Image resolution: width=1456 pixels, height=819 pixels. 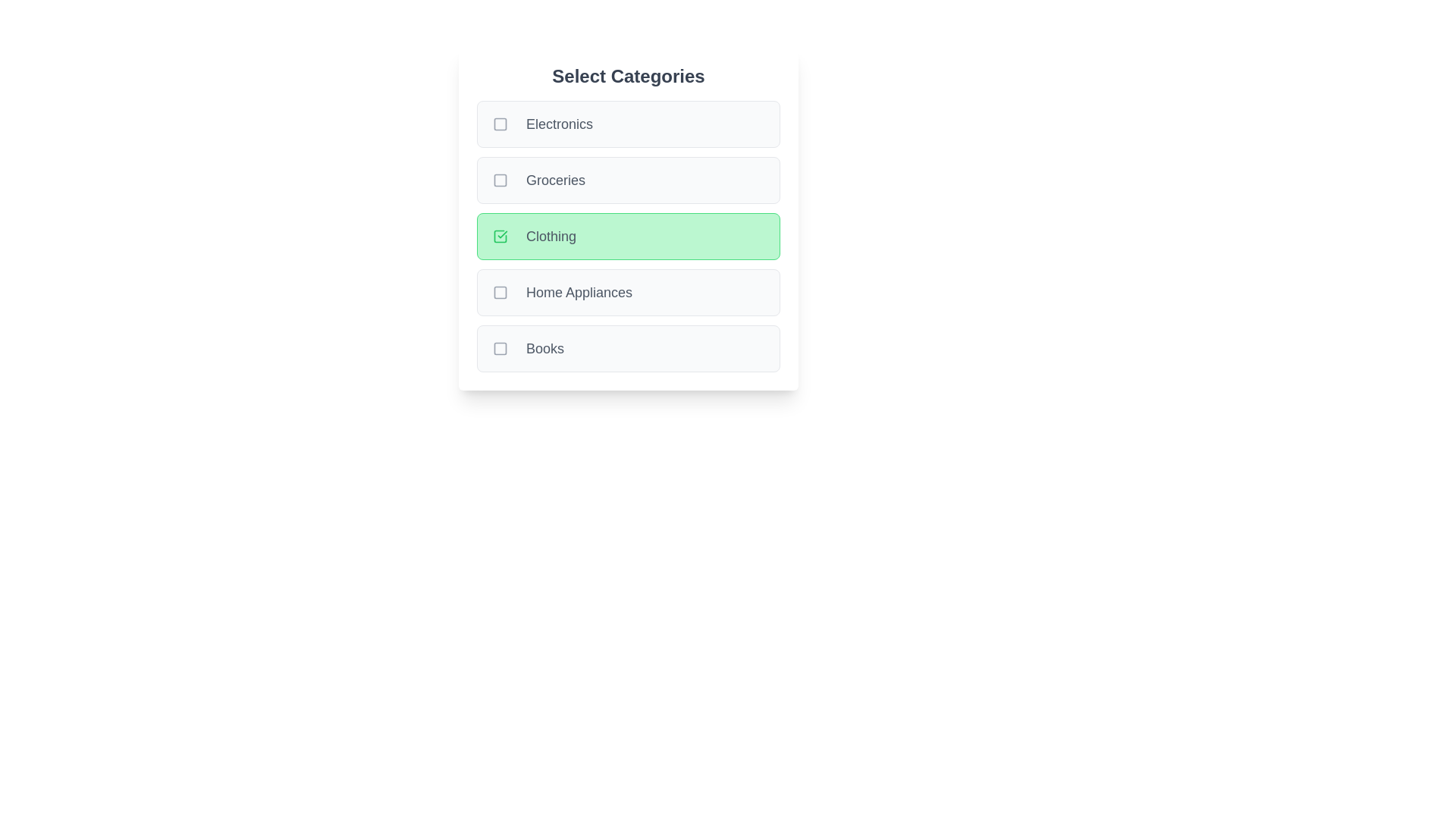 I want to click on the category Books, so click(x=629, y=348).